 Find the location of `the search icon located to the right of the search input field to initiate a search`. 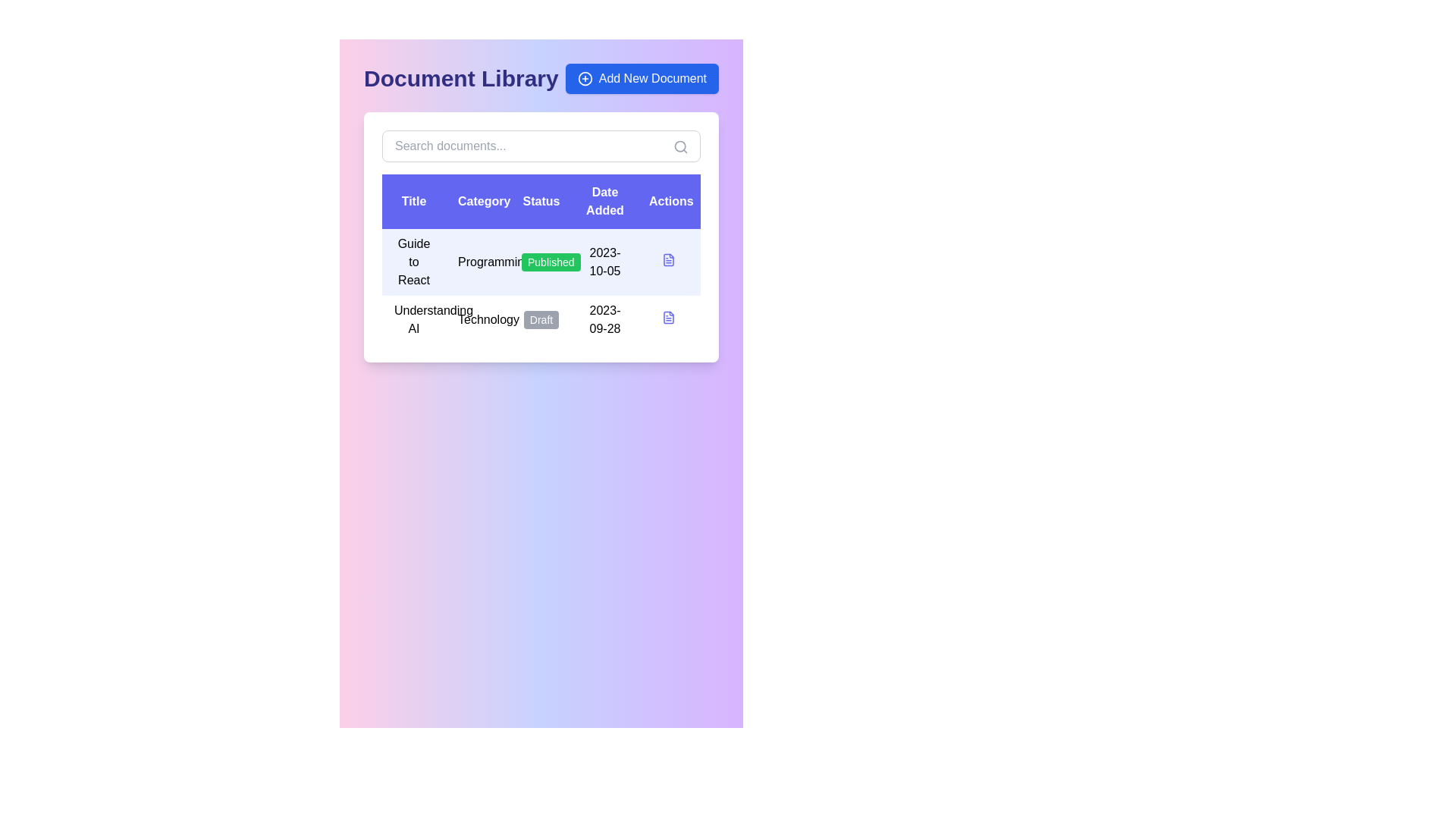

the search icon located to the right of the search input field to initiate a search is located at coordinates (679, 146).